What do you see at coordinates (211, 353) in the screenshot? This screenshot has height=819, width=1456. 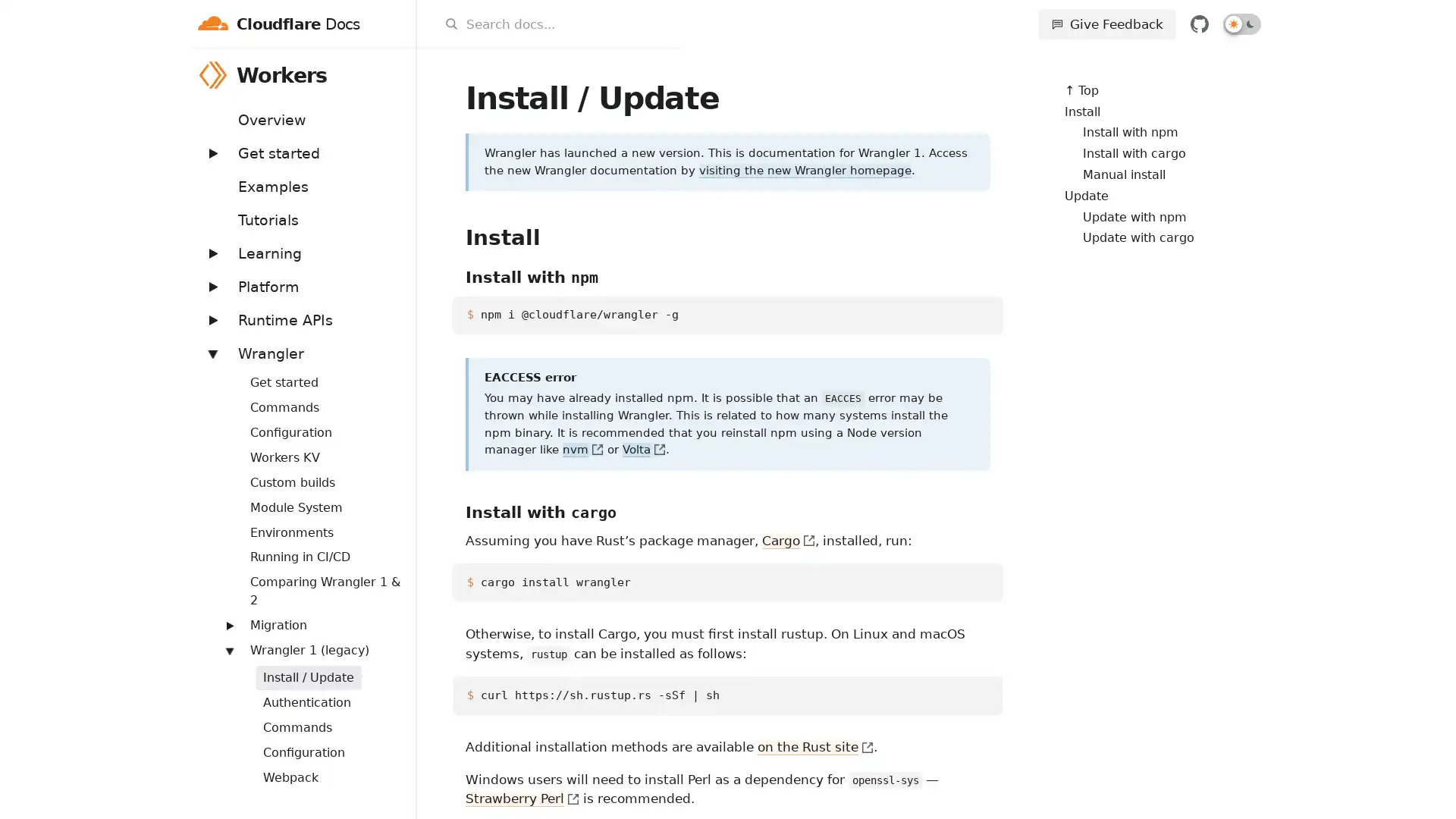 I see `Expand: Wrangler` at bounding box center [211, 353].